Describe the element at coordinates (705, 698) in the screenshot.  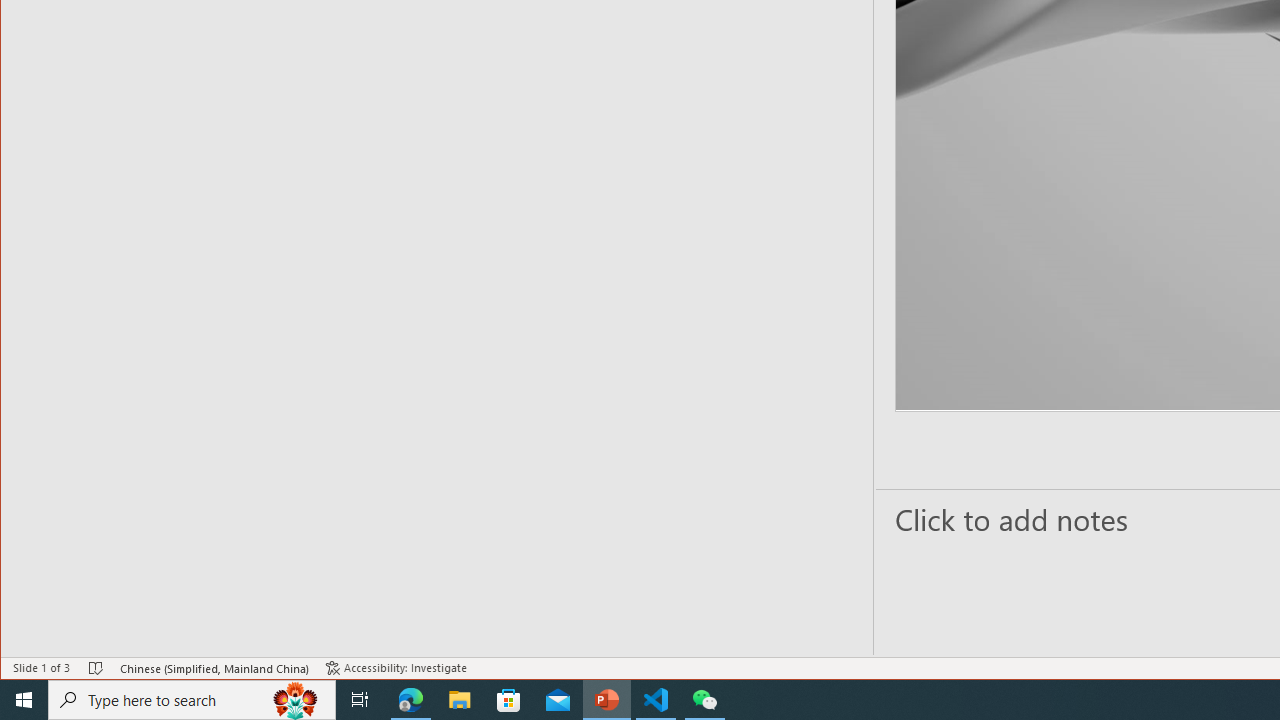
I see `'WeChat - 1 running window'` at that location.